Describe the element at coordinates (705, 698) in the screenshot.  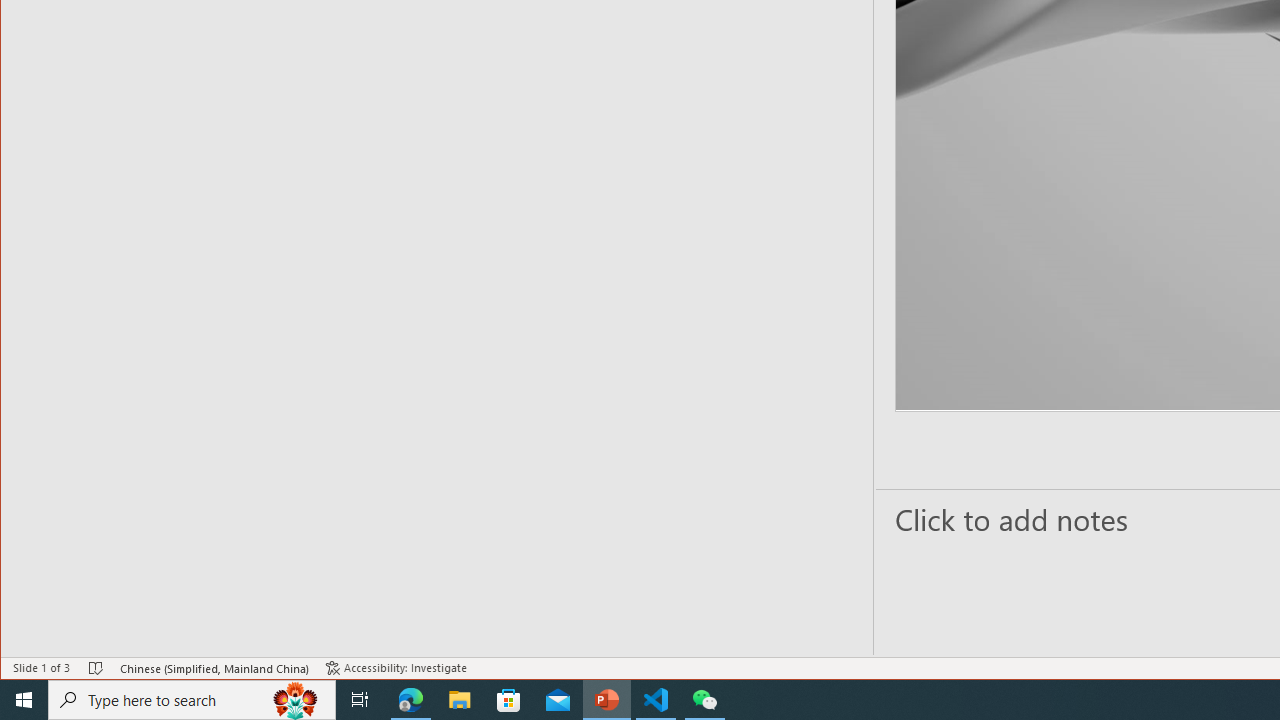
I see `'WeChat - 1 running window'` at that location.